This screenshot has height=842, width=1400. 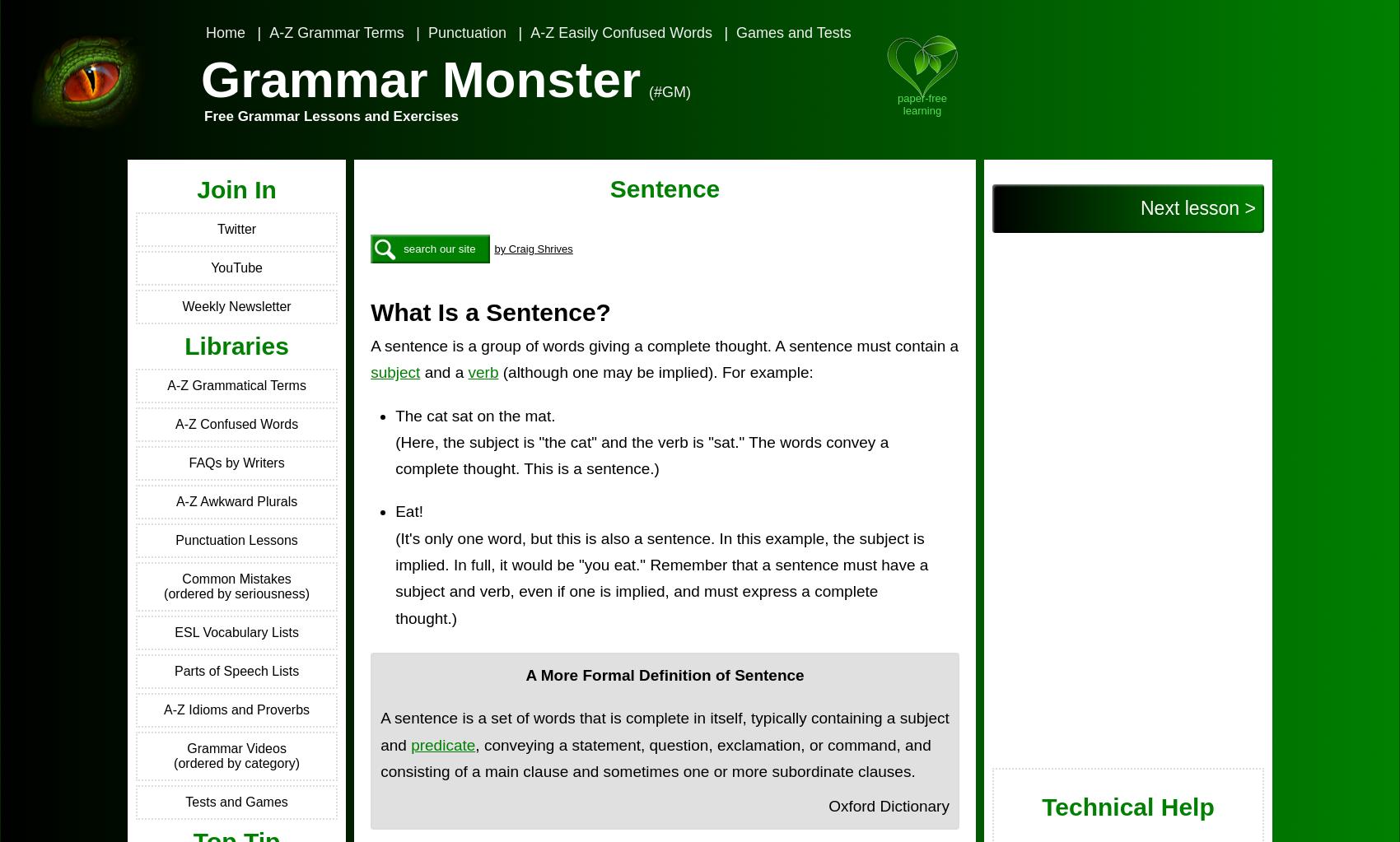 I want to click on 'Join In', so click(x=236, y=188).